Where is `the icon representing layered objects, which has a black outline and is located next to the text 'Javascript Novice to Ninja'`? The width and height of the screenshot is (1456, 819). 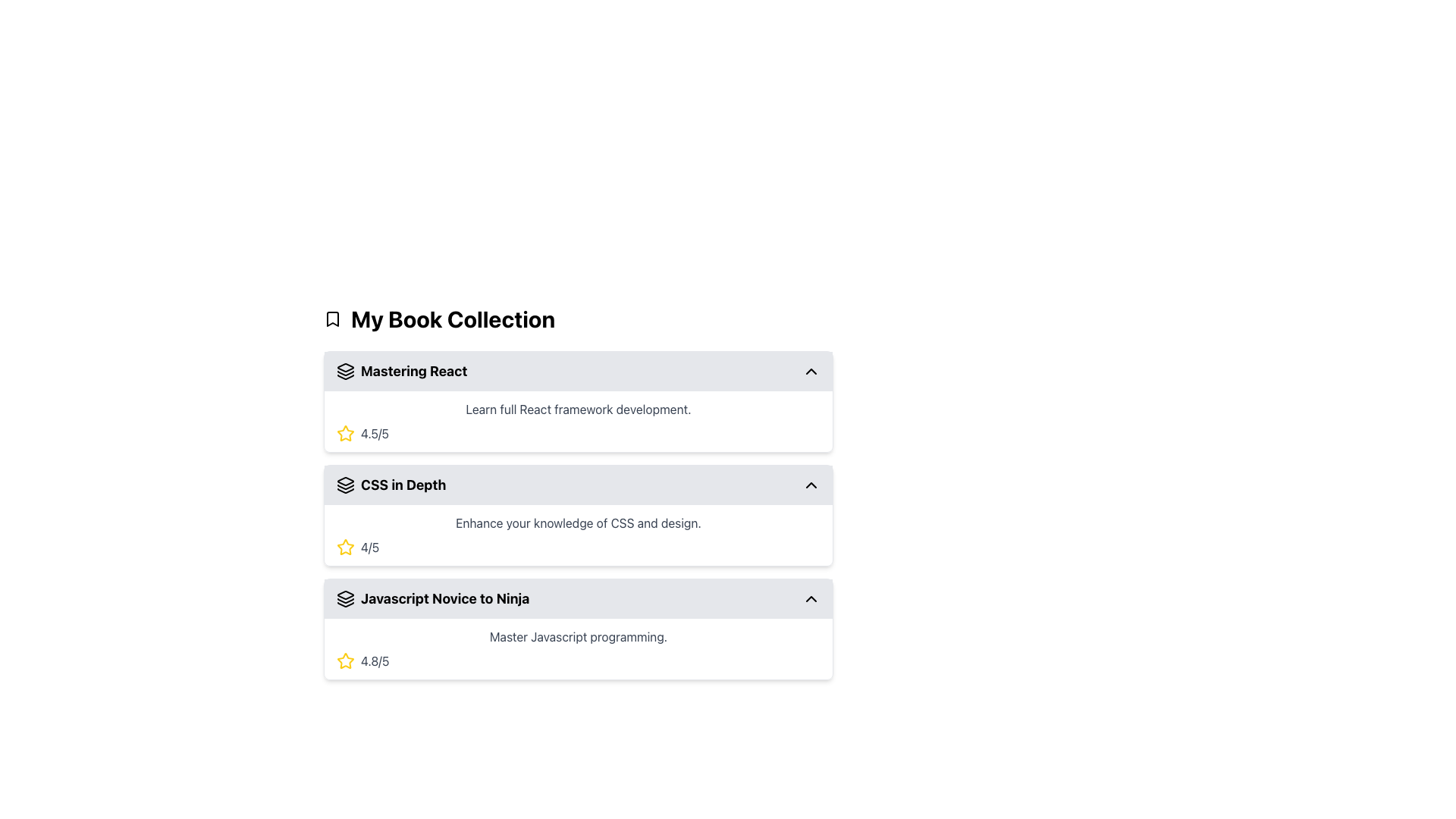
the icon representing layered objects, which has a black outline and is located next to the text 'Javascript Novice to Ninja' is located at coordinates (345, 598).